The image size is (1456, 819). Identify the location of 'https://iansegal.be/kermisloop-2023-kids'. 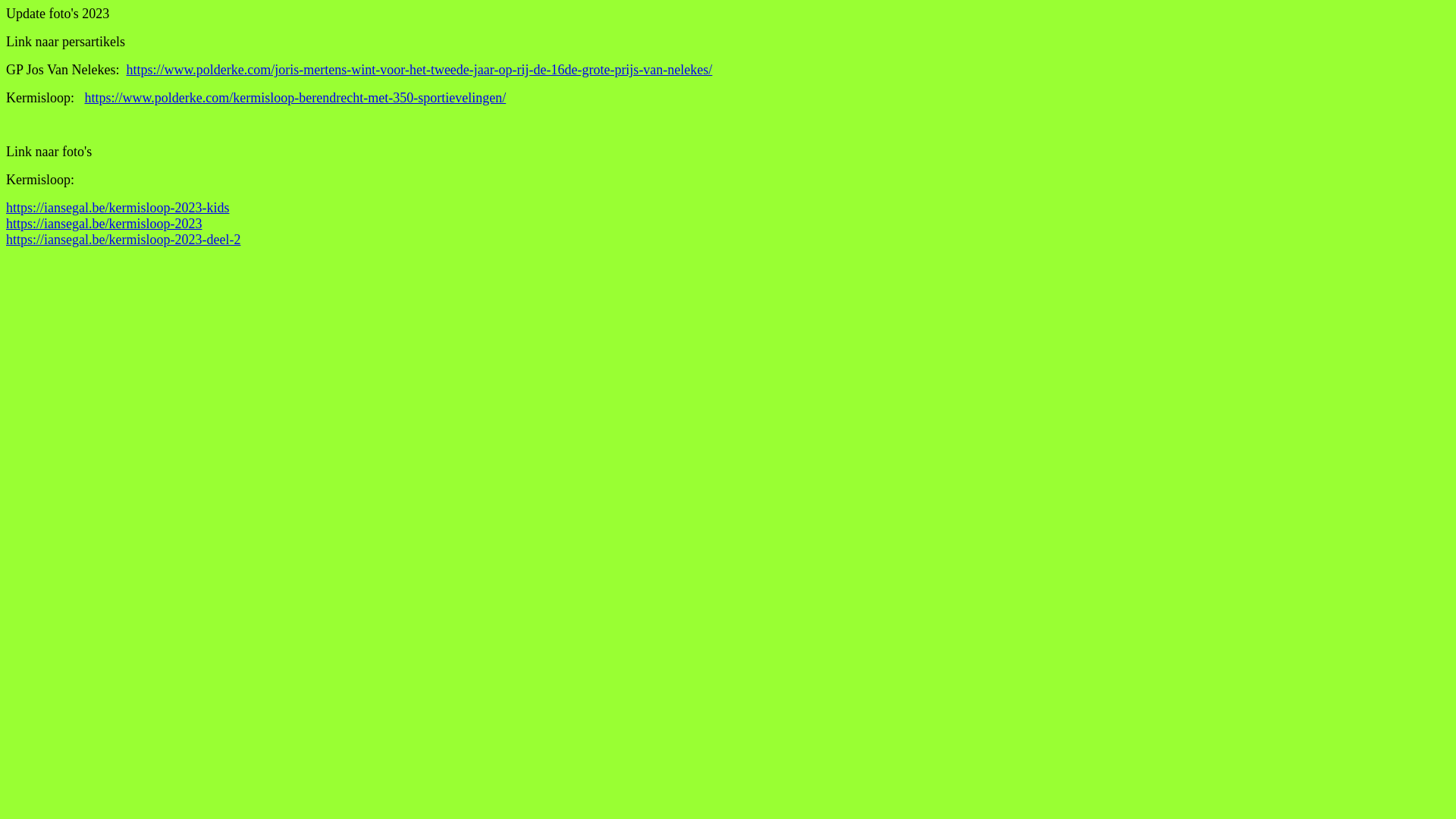
(116, 208).